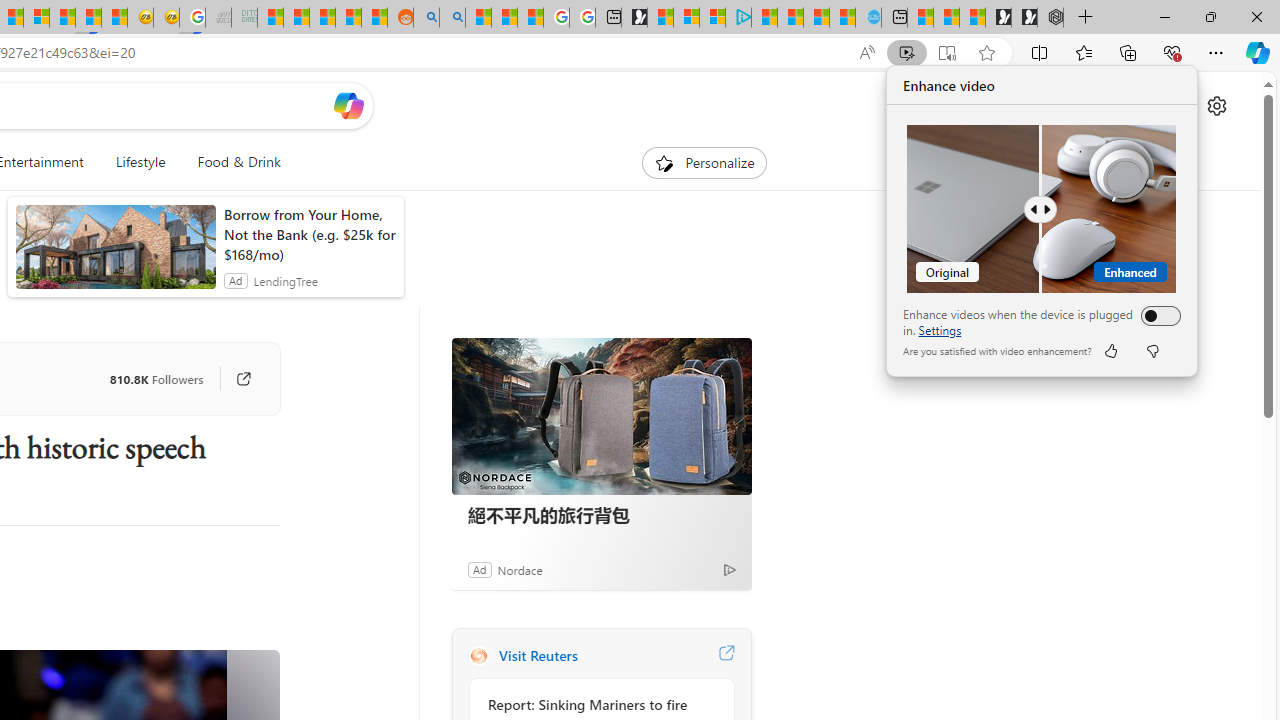  I want to click on 'anim-content', so click(114, 254).